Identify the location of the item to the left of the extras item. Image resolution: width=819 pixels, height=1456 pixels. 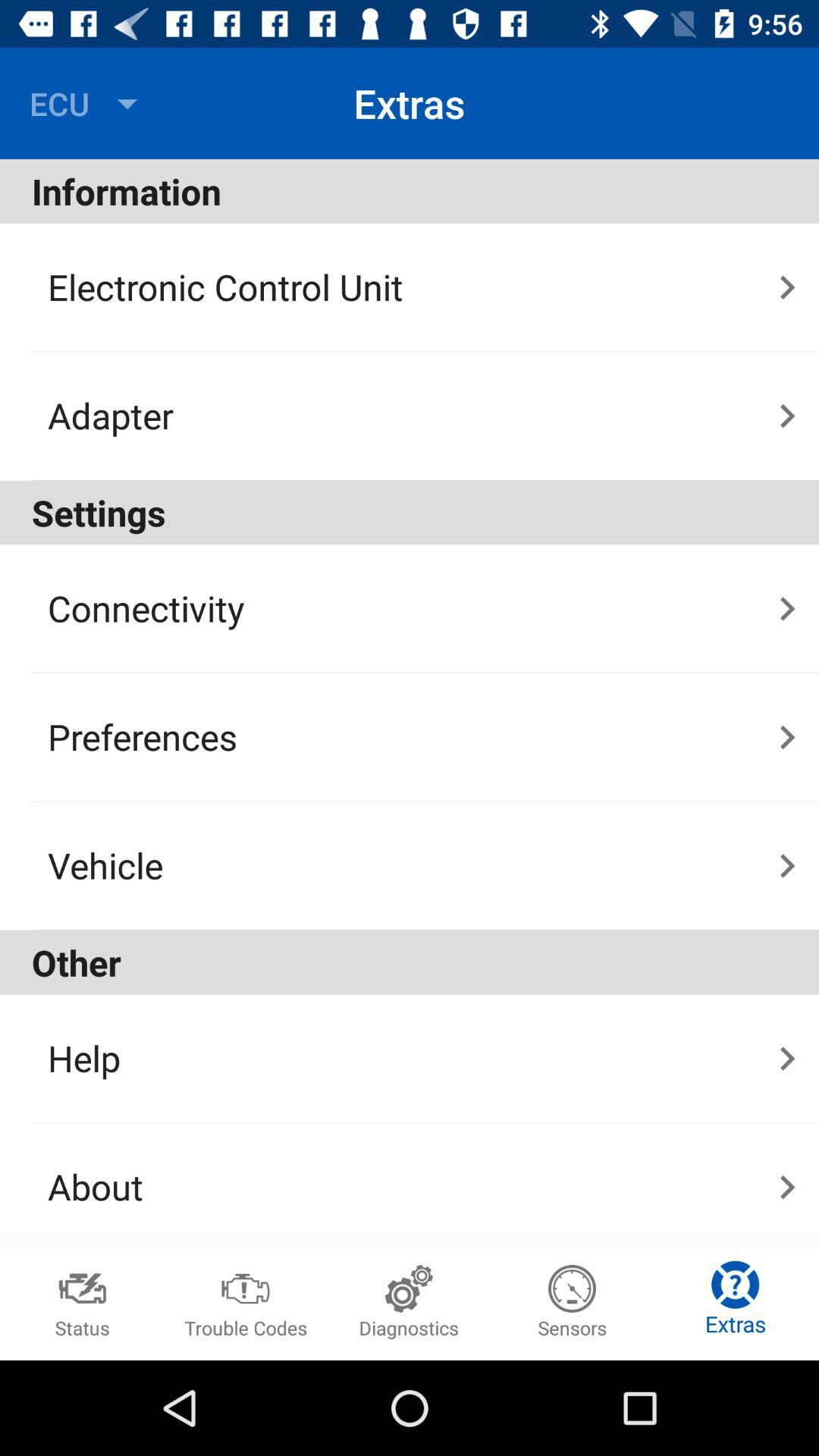
(87, 102).